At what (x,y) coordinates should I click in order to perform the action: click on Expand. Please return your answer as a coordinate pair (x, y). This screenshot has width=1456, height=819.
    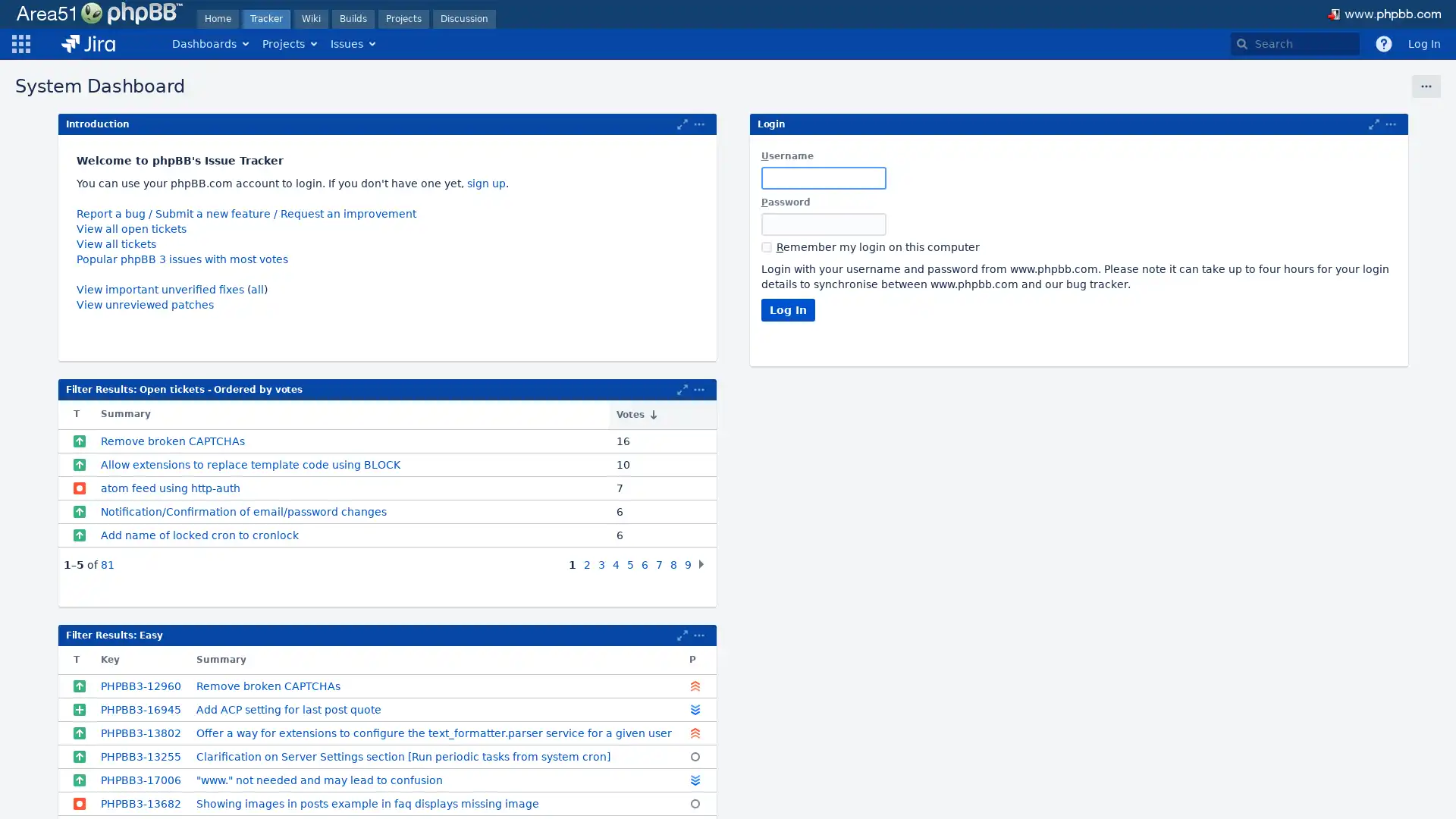
    Looking at the image, I should click on (698, 388).